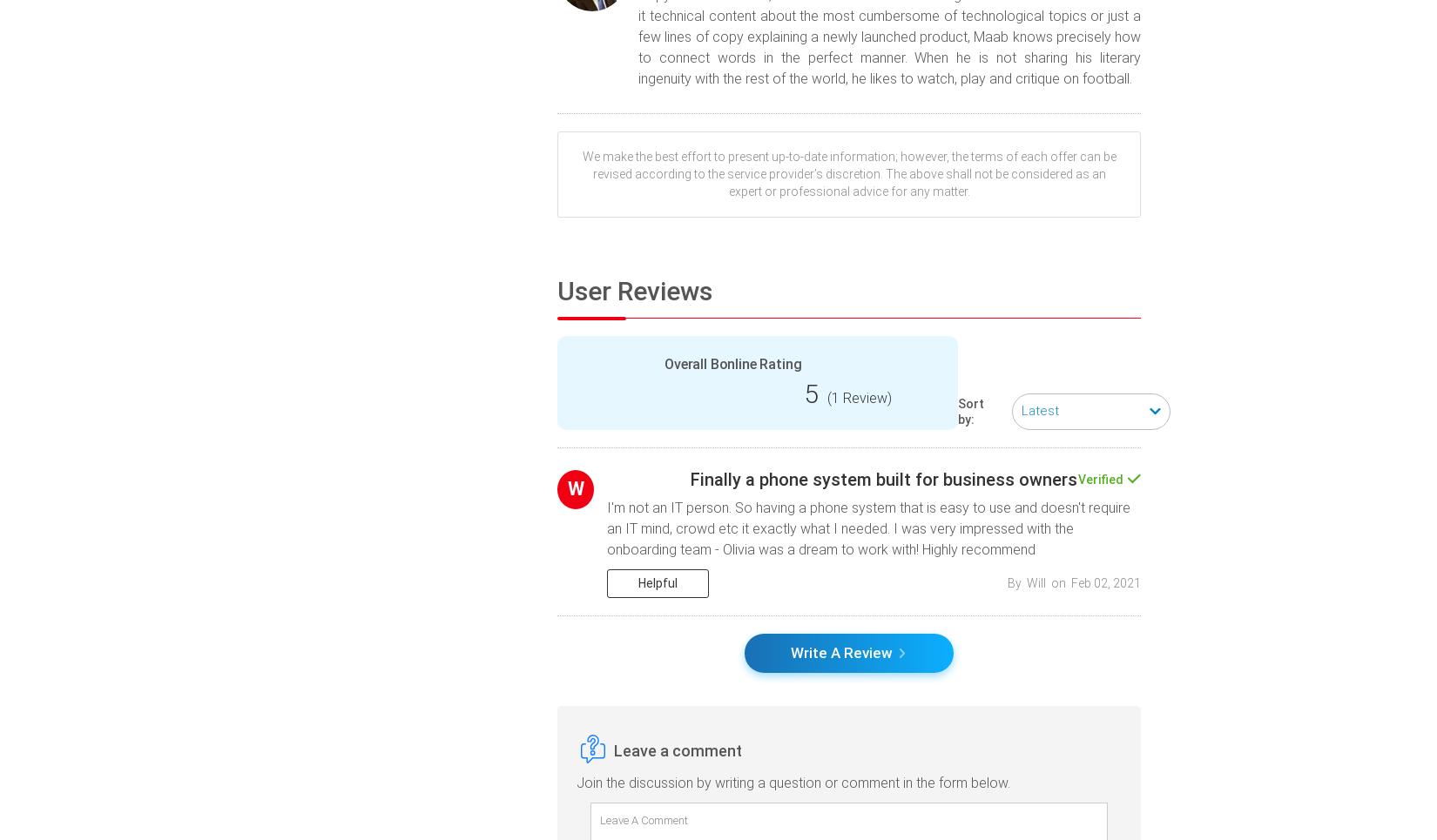 The height and width of the screenshot is (840, 1437). Describe the element at coordinates (1100, 477) in the screenshot. I see `'Verified'` at that location.